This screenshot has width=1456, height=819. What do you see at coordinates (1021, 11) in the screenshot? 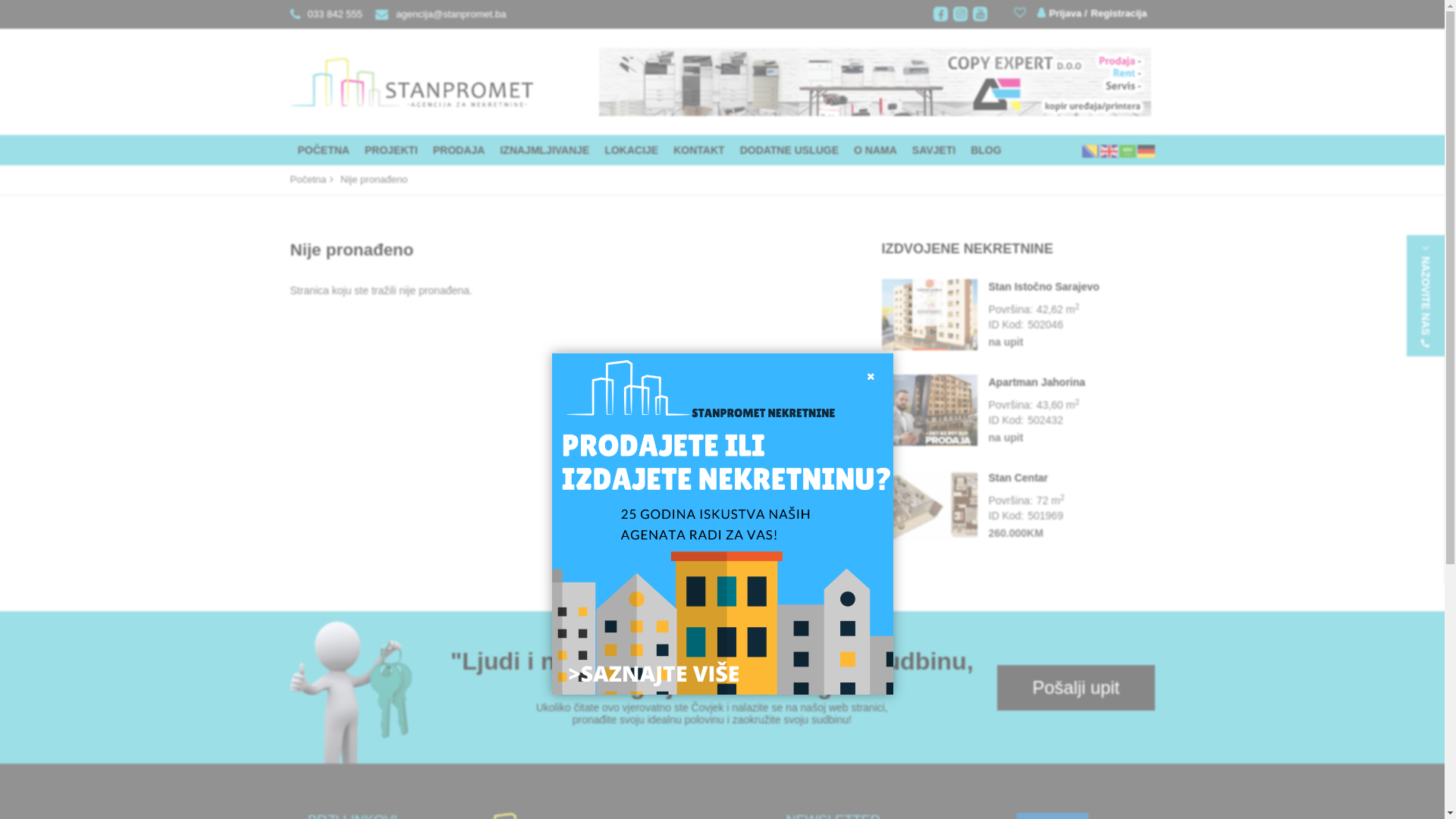
I see `'My favorites'` at bounding box center [1021, 11].